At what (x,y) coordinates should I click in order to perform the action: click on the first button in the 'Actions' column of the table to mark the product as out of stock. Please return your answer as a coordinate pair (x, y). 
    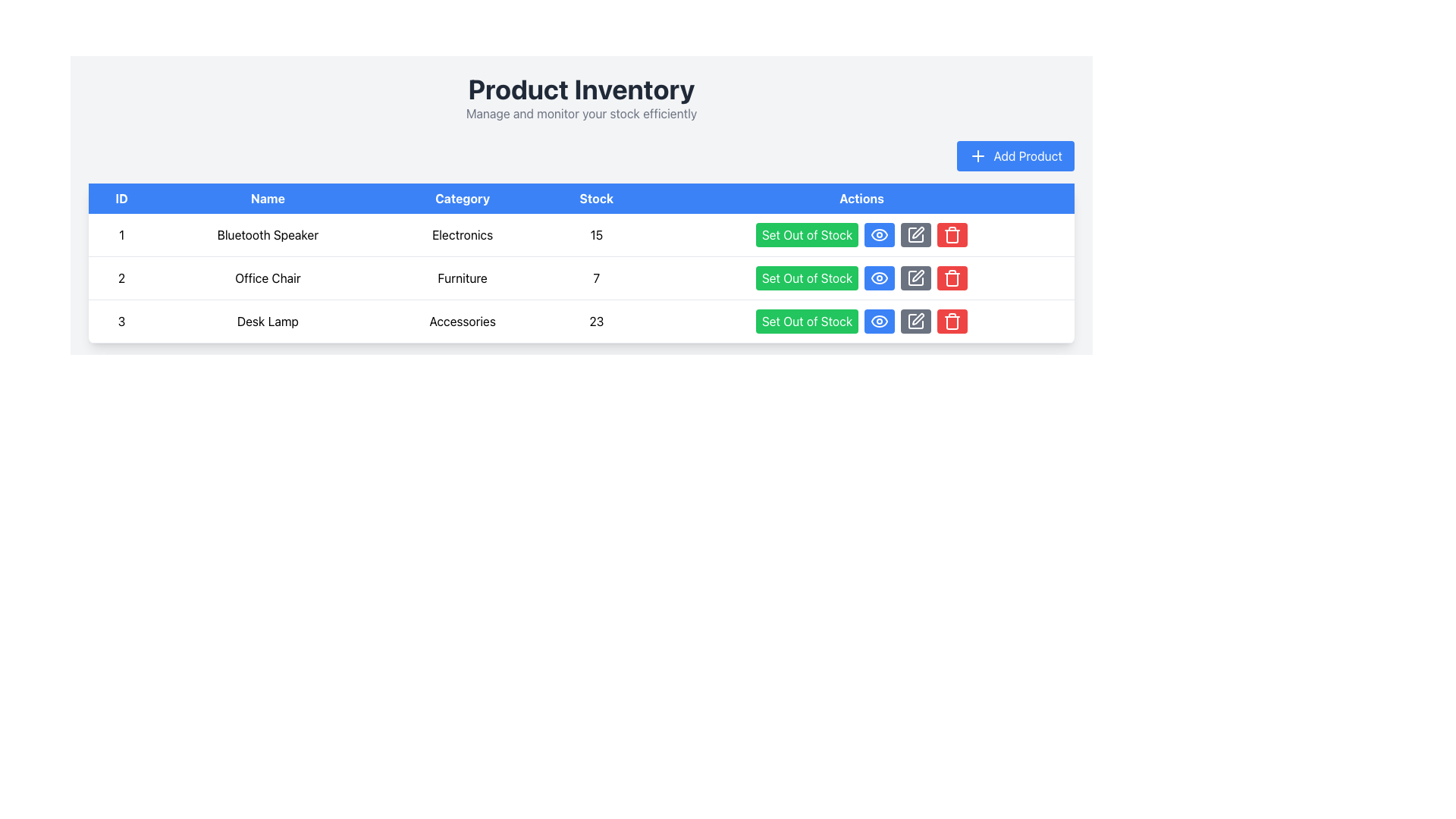
    Looking at the image, I should click on (806, 234).